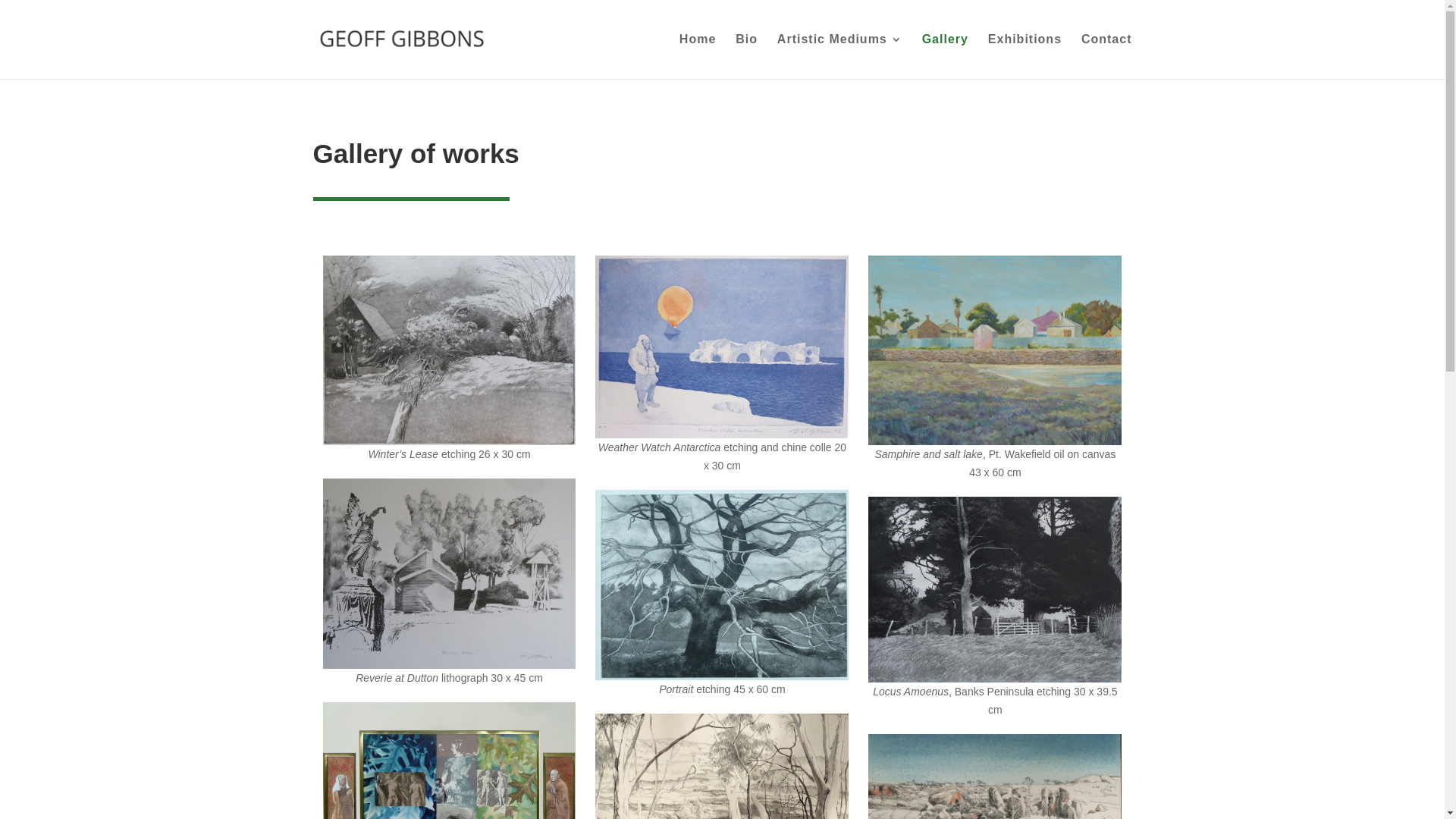 This screenshot has height=819, width=1456. Describe the element at coordinates (944, 55) in the screenshot. I see `'Gallery'` at that location.